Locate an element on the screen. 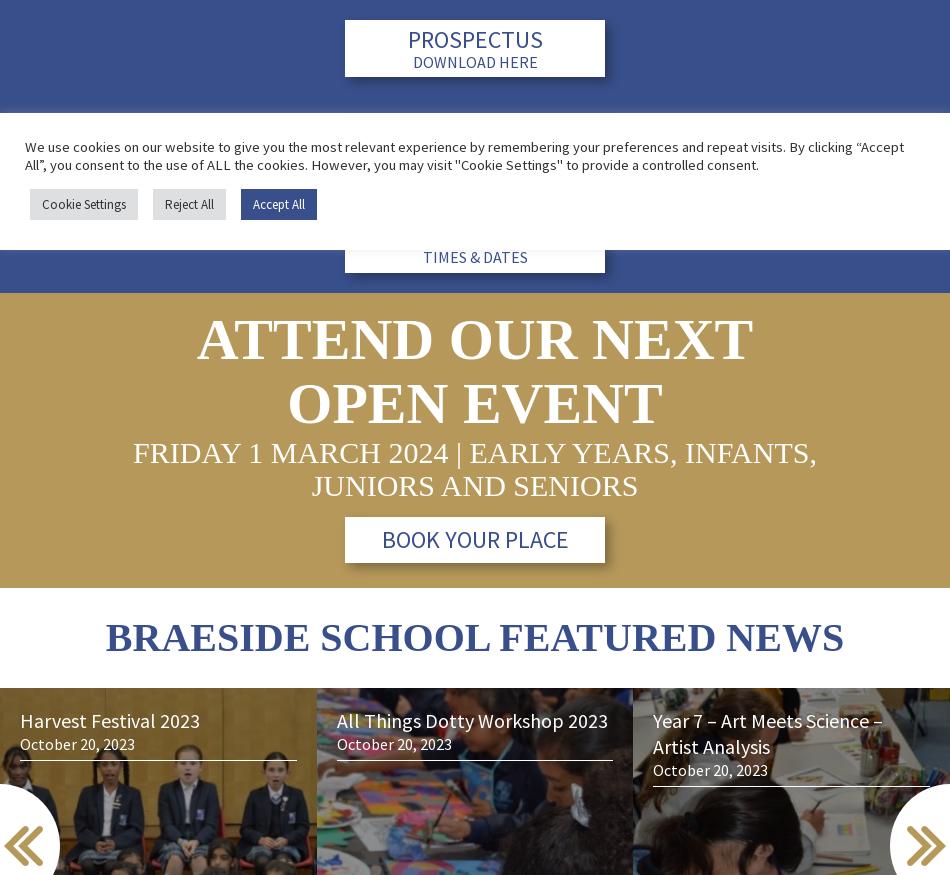  'Cookie Settings' is located at coordinates (83, 204).